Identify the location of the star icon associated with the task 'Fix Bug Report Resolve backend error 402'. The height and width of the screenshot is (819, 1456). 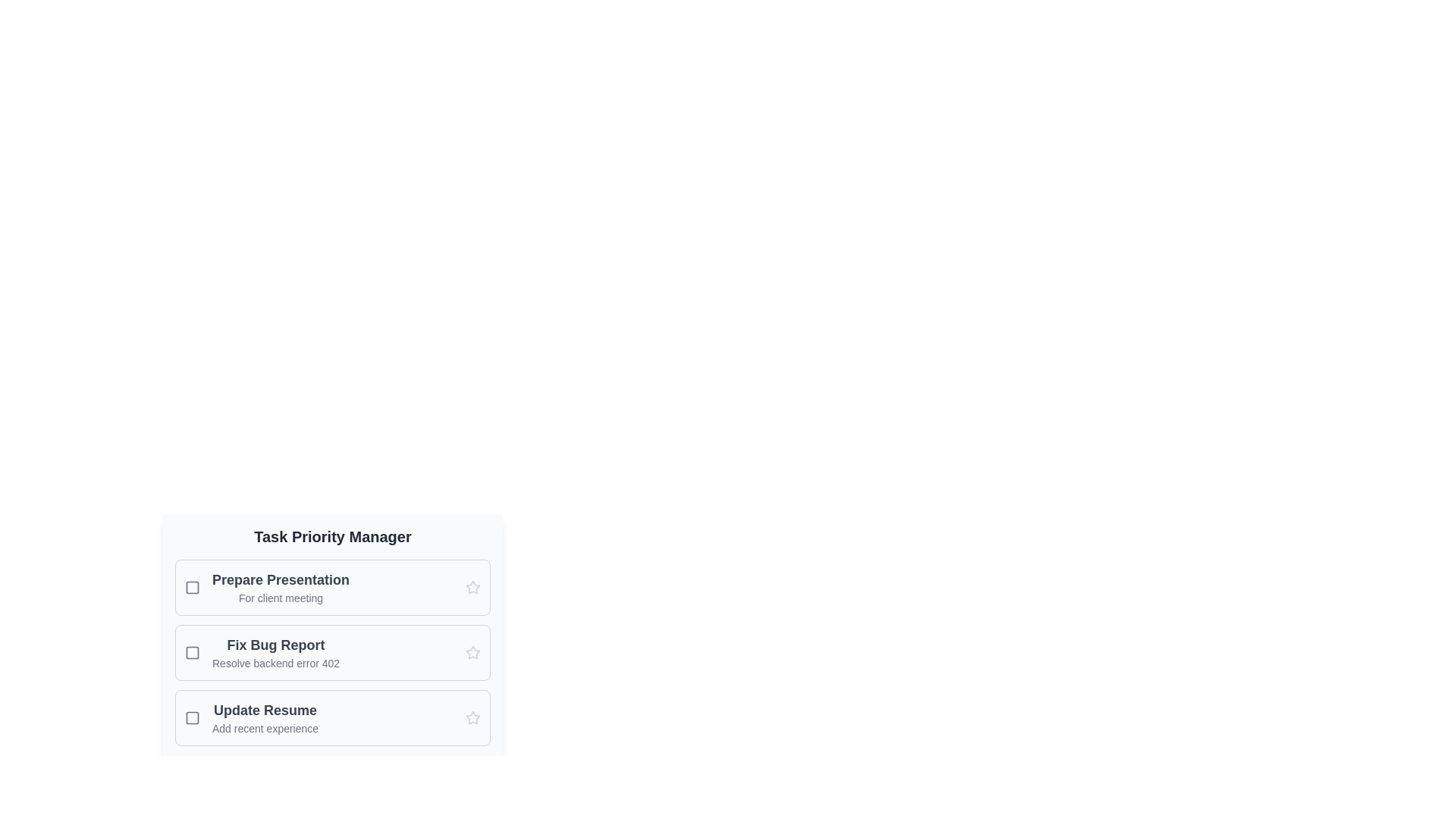
(472, 651).